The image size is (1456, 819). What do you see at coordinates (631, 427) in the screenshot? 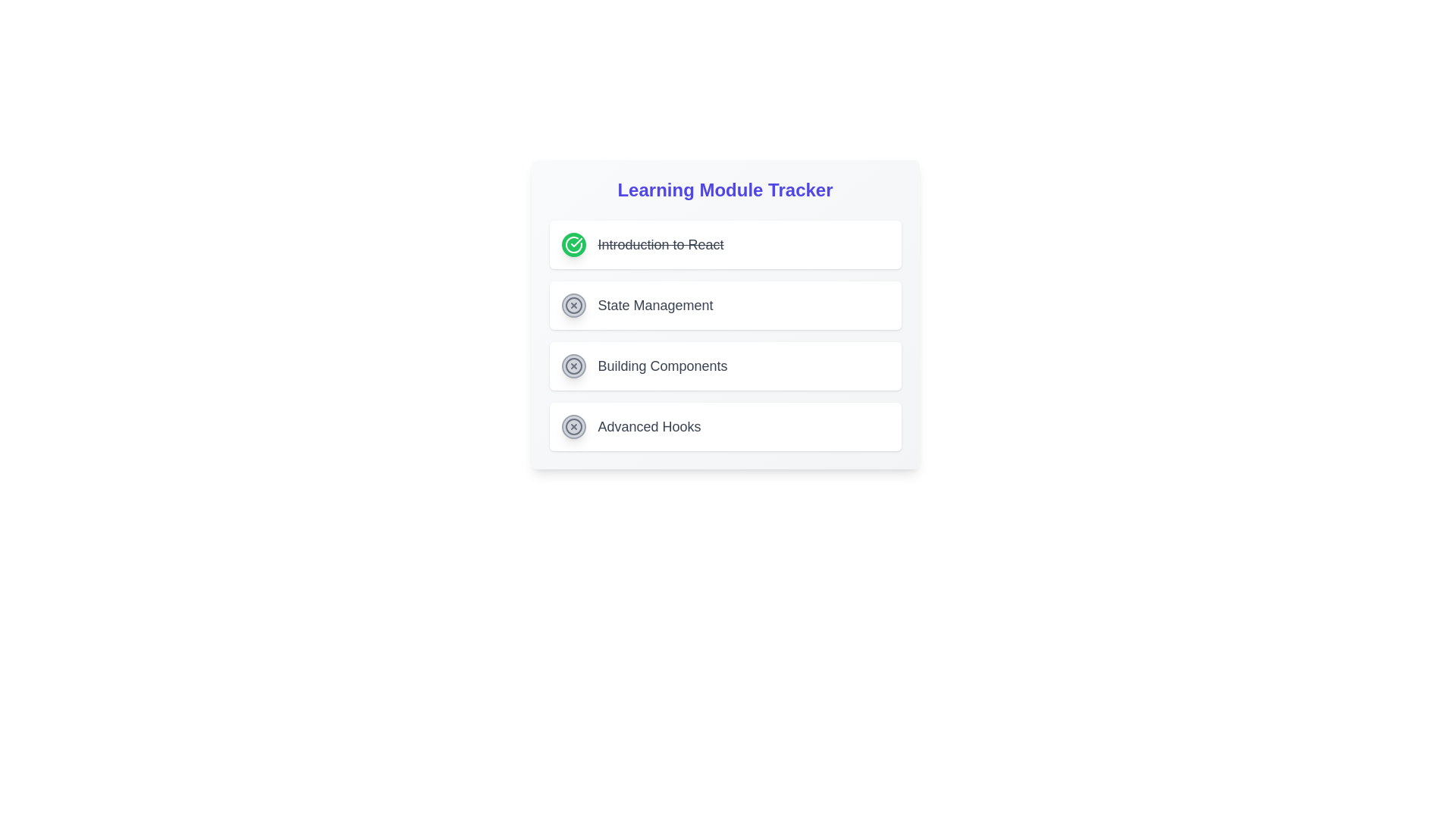
I see `the circular icon of the 'Advanced Hooks' module in the Learning Module Tracker` at bounding box center [631, 427].